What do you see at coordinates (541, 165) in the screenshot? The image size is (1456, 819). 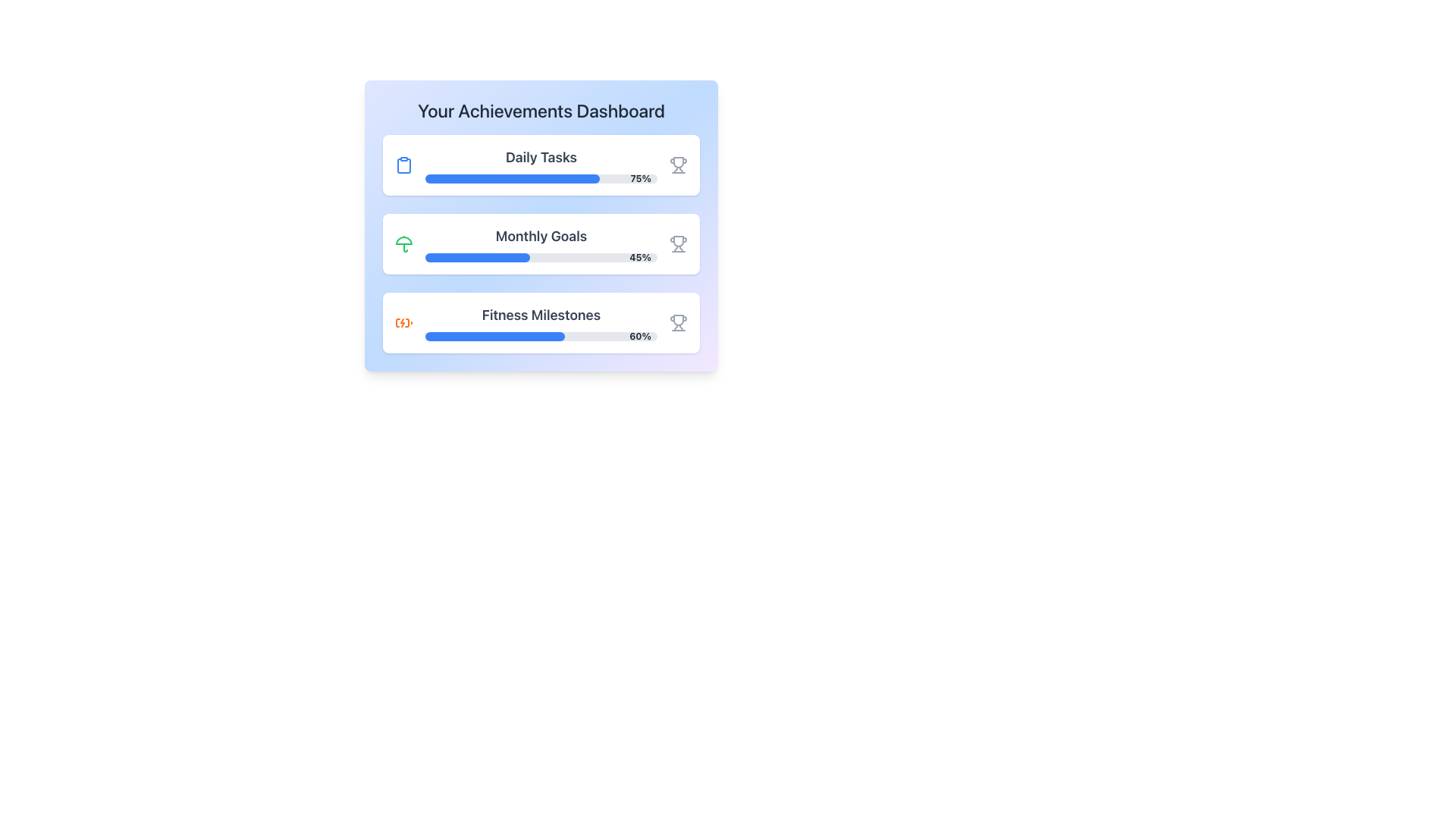 I see `the Progress Card at the top of the 'Your Achievements Dashboard' to get more information about daily tasks and goals` at bounding box center [541, 165].